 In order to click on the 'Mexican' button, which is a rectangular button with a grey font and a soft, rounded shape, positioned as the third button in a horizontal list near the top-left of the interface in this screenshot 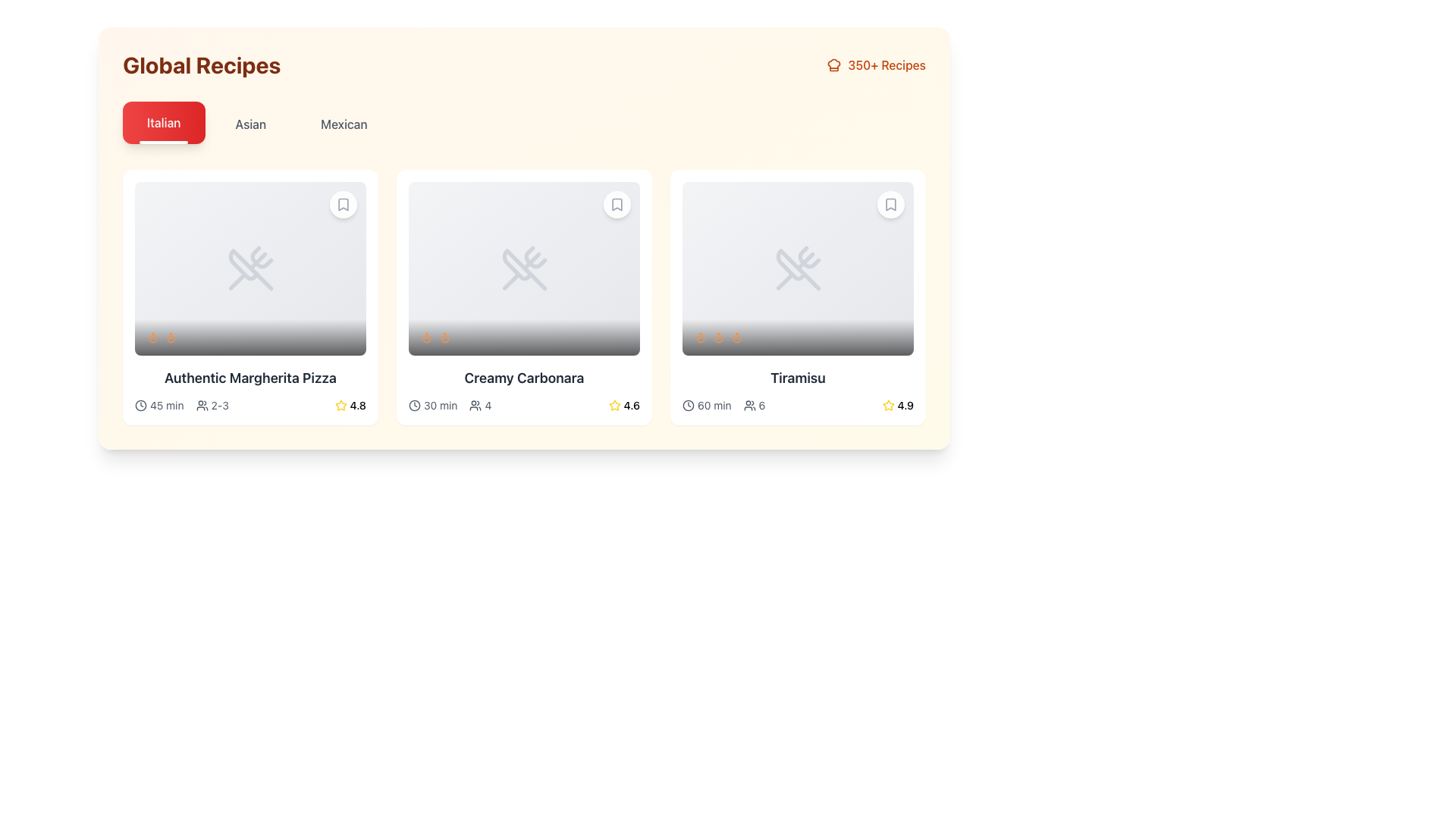, I will do `click(343, 124)`.